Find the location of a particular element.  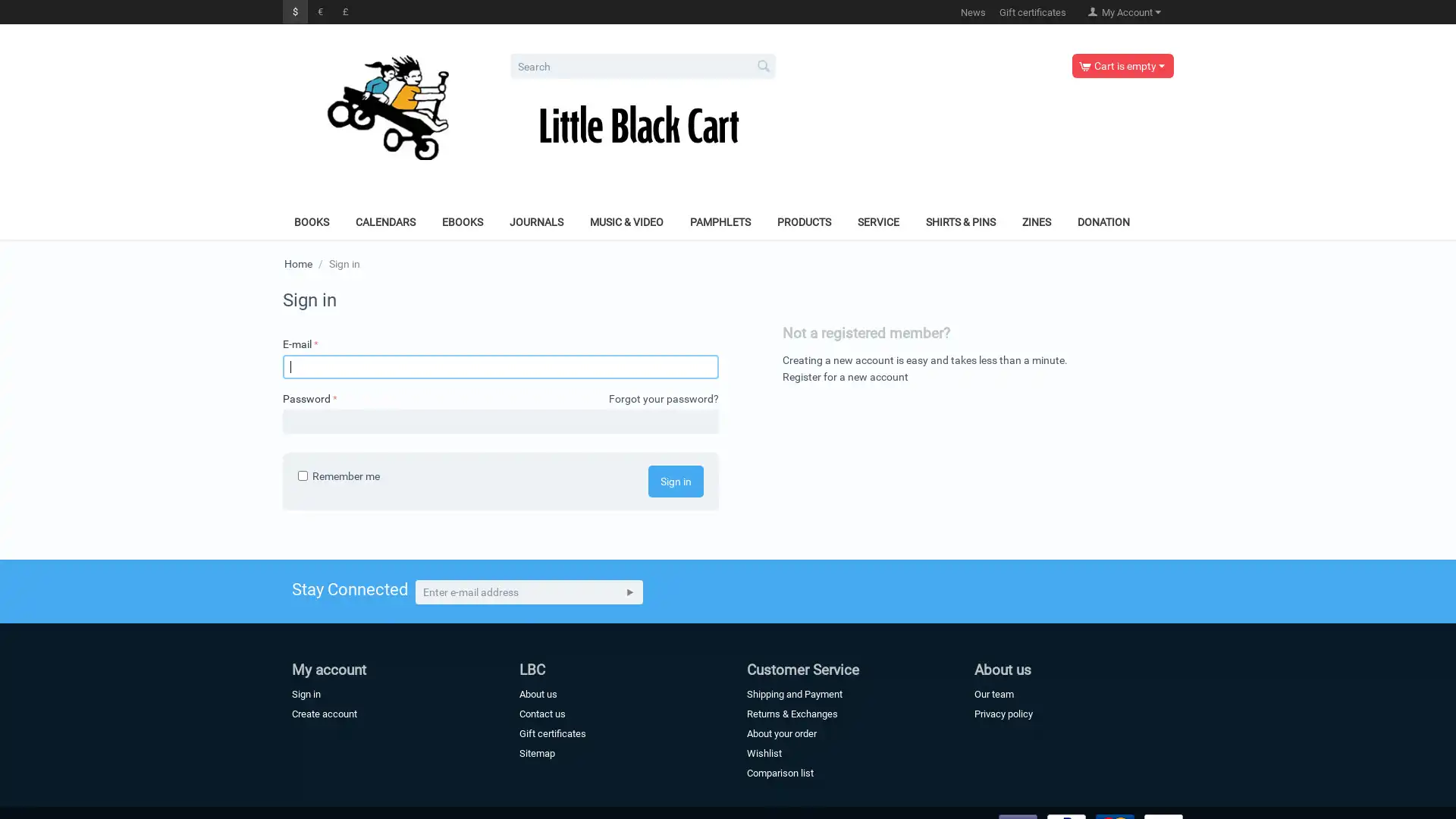

Sign in is located at coordinates (674, 482).